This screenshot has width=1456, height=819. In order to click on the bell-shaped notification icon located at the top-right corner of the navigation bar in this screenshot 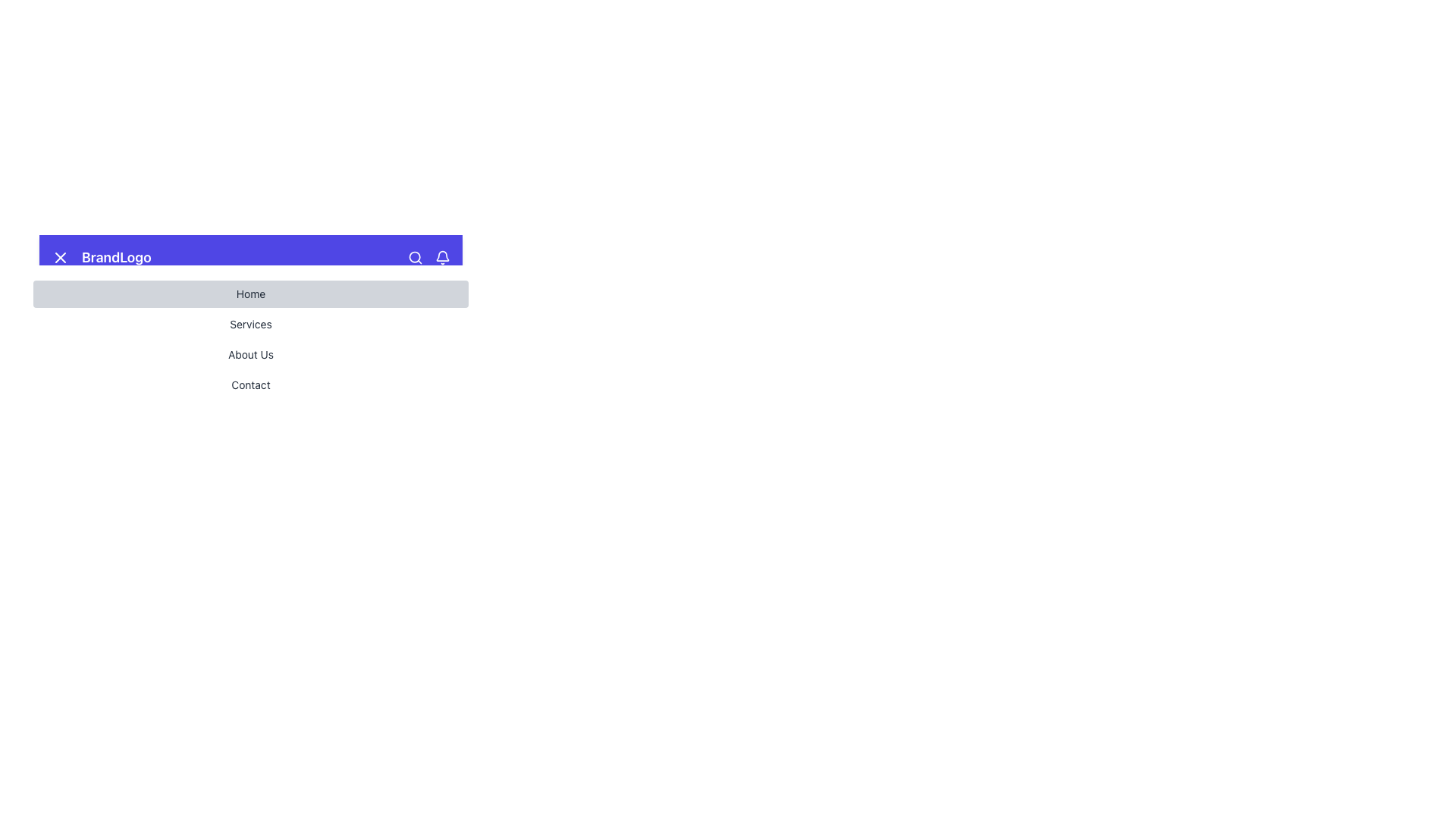, I will do `click(442, 256)`.